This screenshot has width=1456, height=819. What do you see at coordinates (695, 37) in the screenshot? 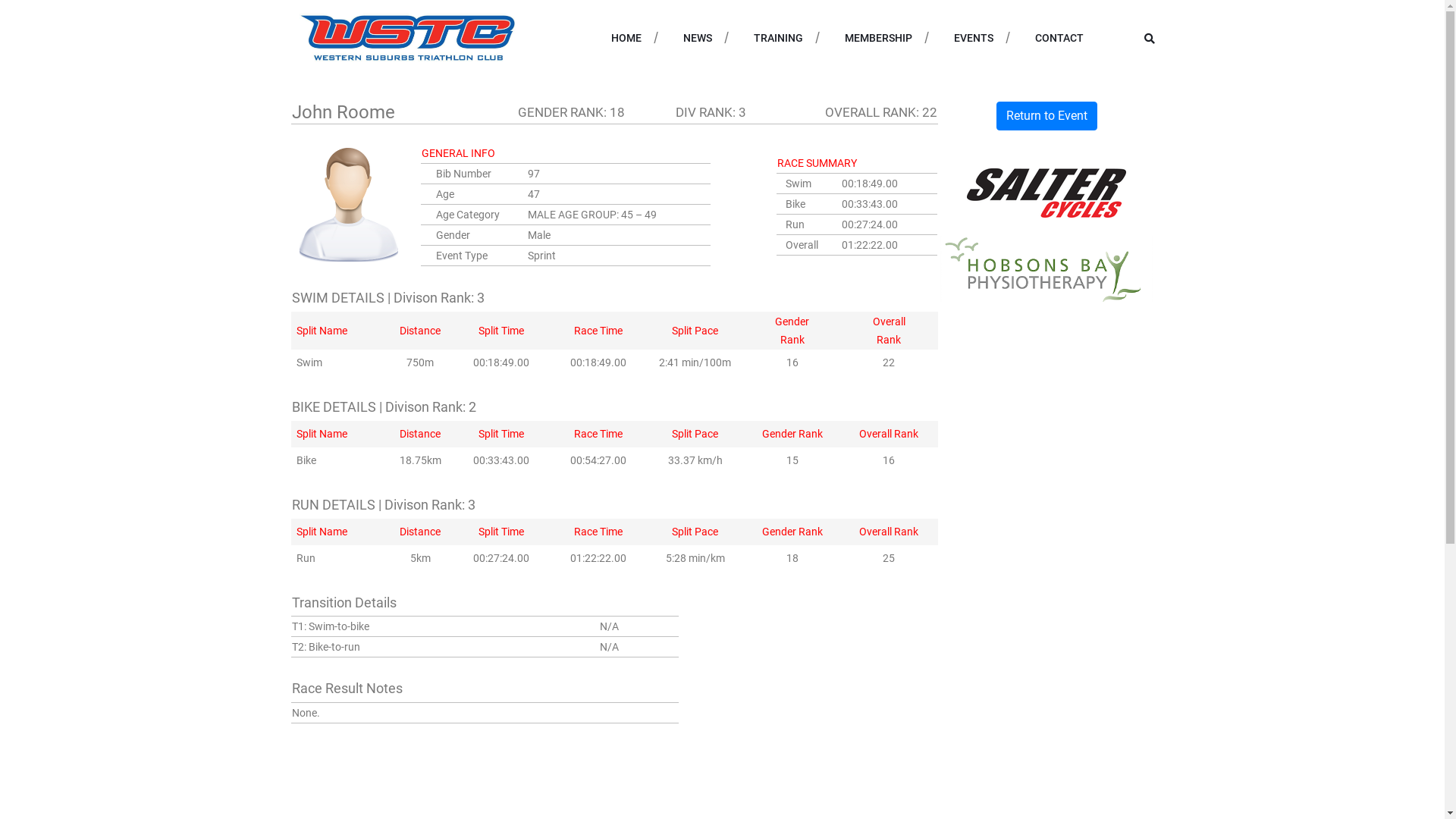
I see `'NEWS'` at bounding box center [695, 37].